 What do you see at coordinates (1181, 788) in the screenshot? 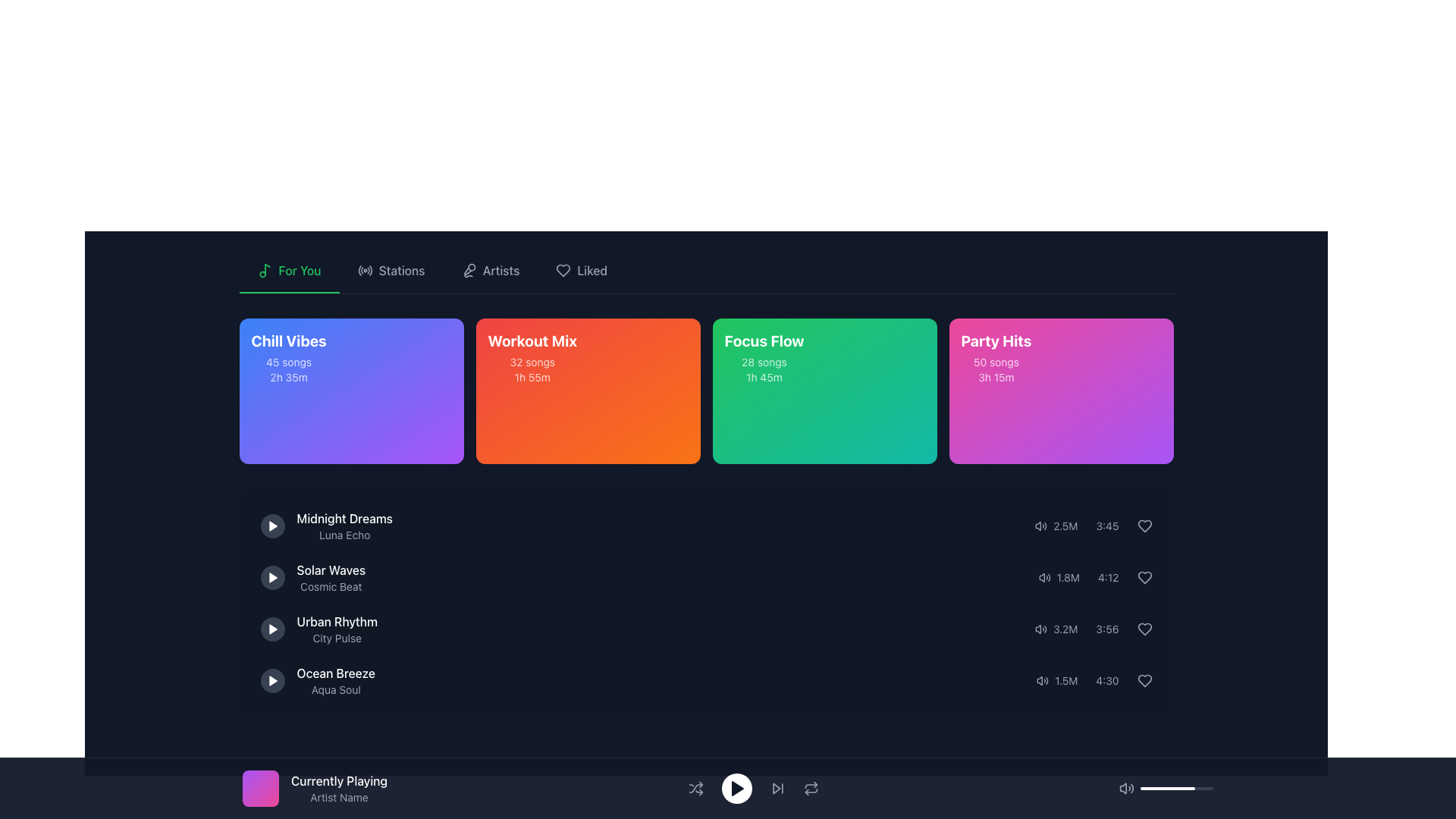
I see `slider value` at bounding box center [1181, 788].